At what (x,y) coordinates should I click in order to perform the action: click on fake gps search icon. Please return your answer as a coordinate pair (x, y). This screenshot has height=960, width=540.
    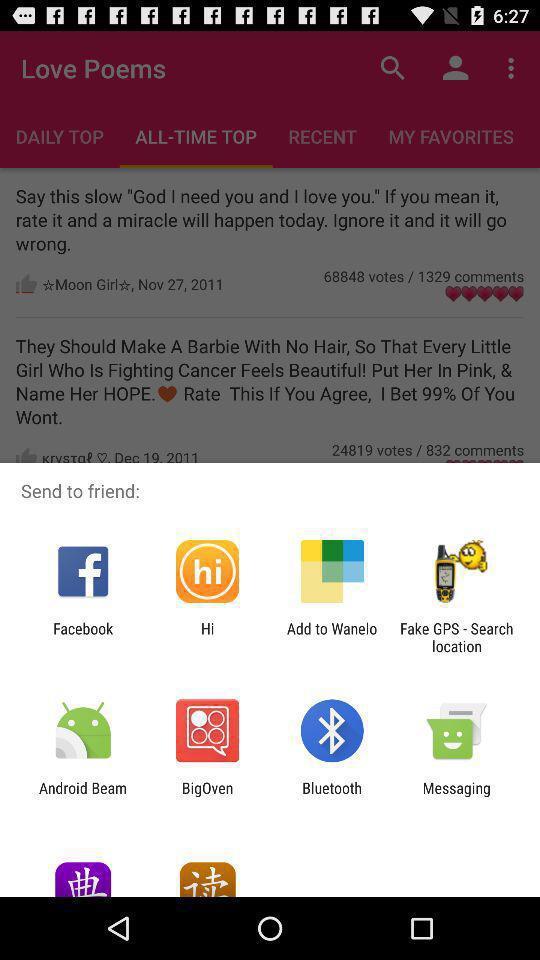
    Looking at the image, I should click on (456, 636).